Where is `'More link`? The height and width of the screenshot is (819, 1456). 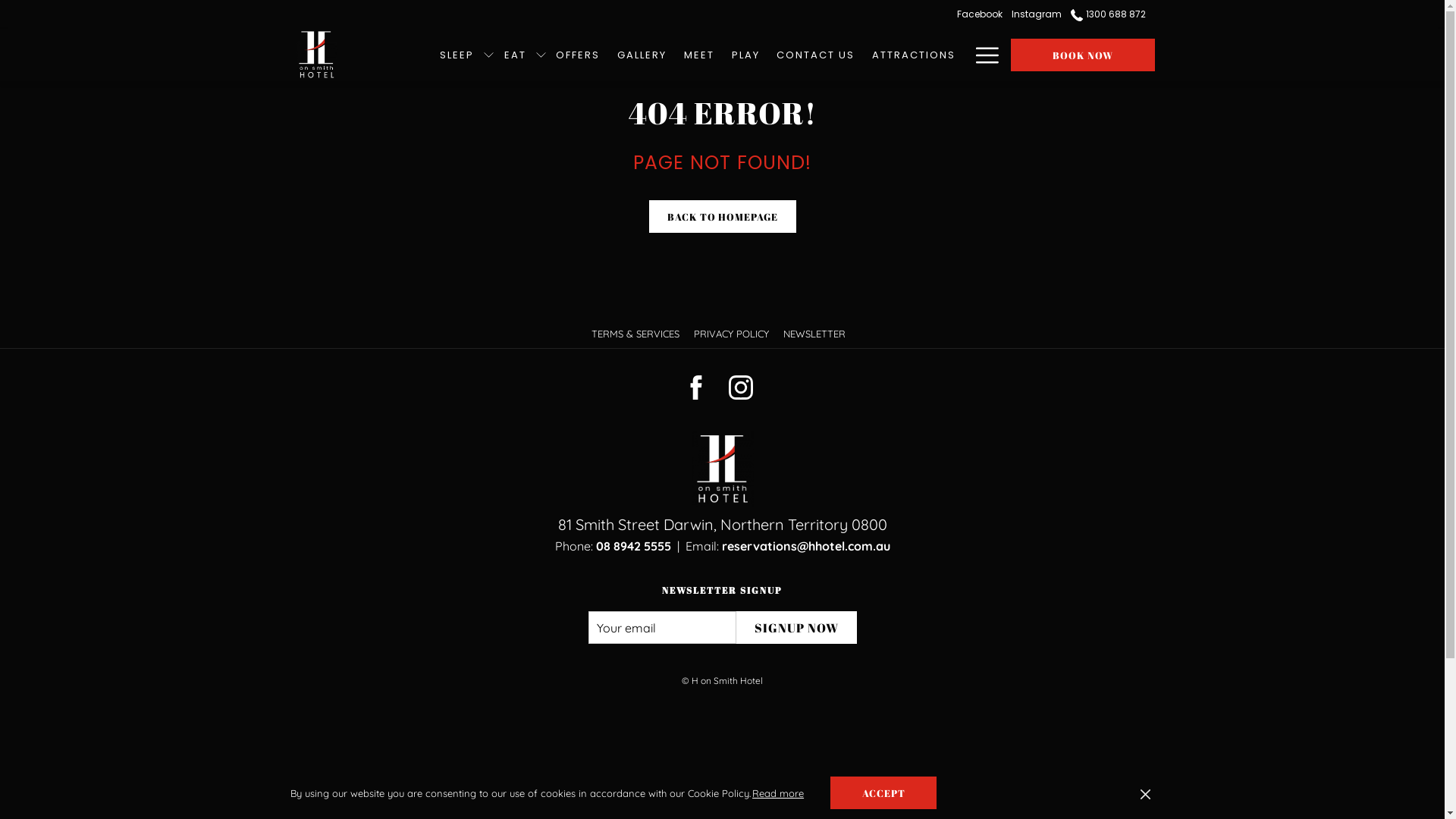 'More link is located at coordinates (981, 54).